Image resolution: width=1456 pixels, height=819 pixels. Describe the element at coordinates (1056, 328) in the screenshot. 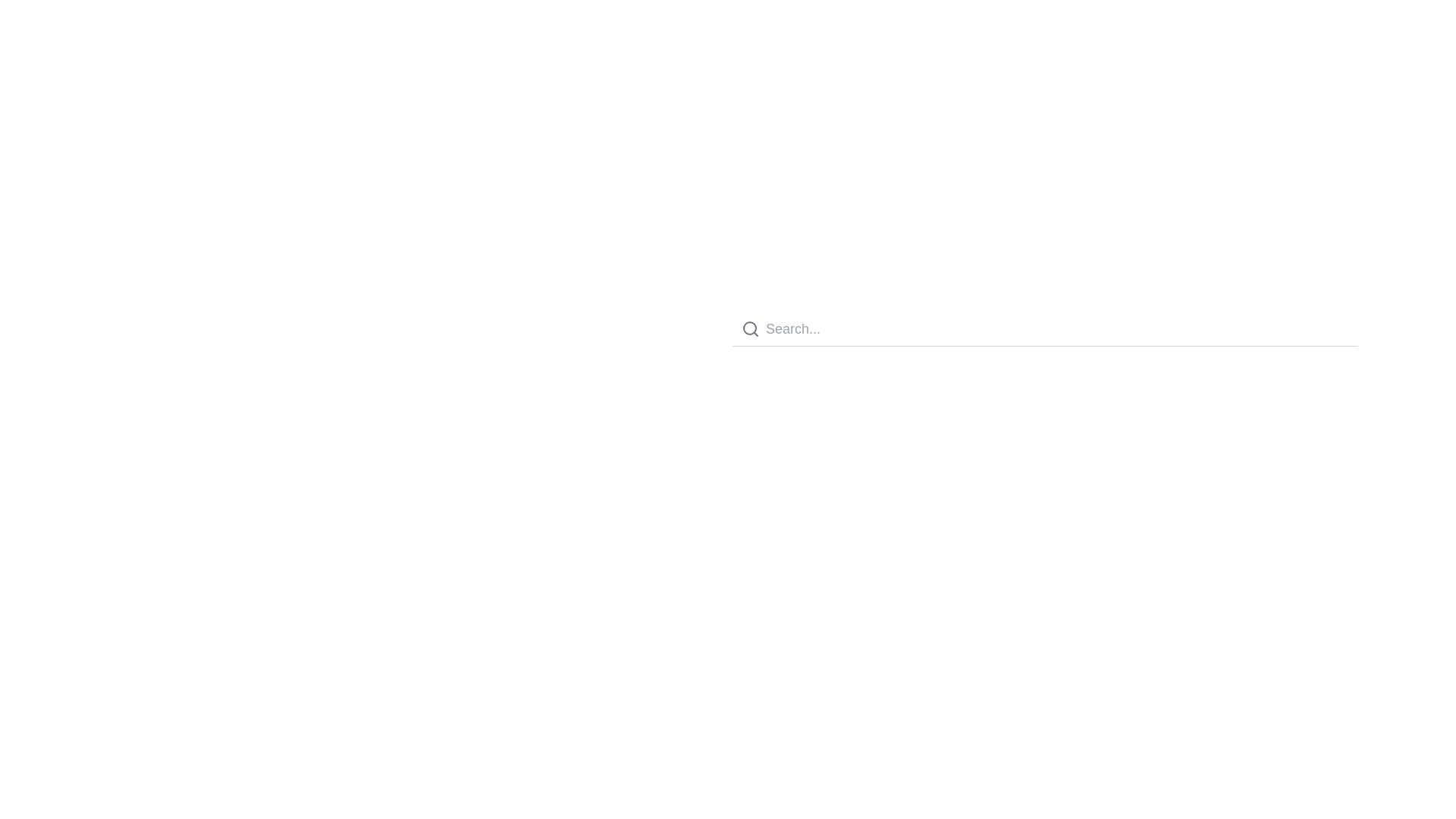

I see `the search input field, which allows the user to enter search queries` at that location.